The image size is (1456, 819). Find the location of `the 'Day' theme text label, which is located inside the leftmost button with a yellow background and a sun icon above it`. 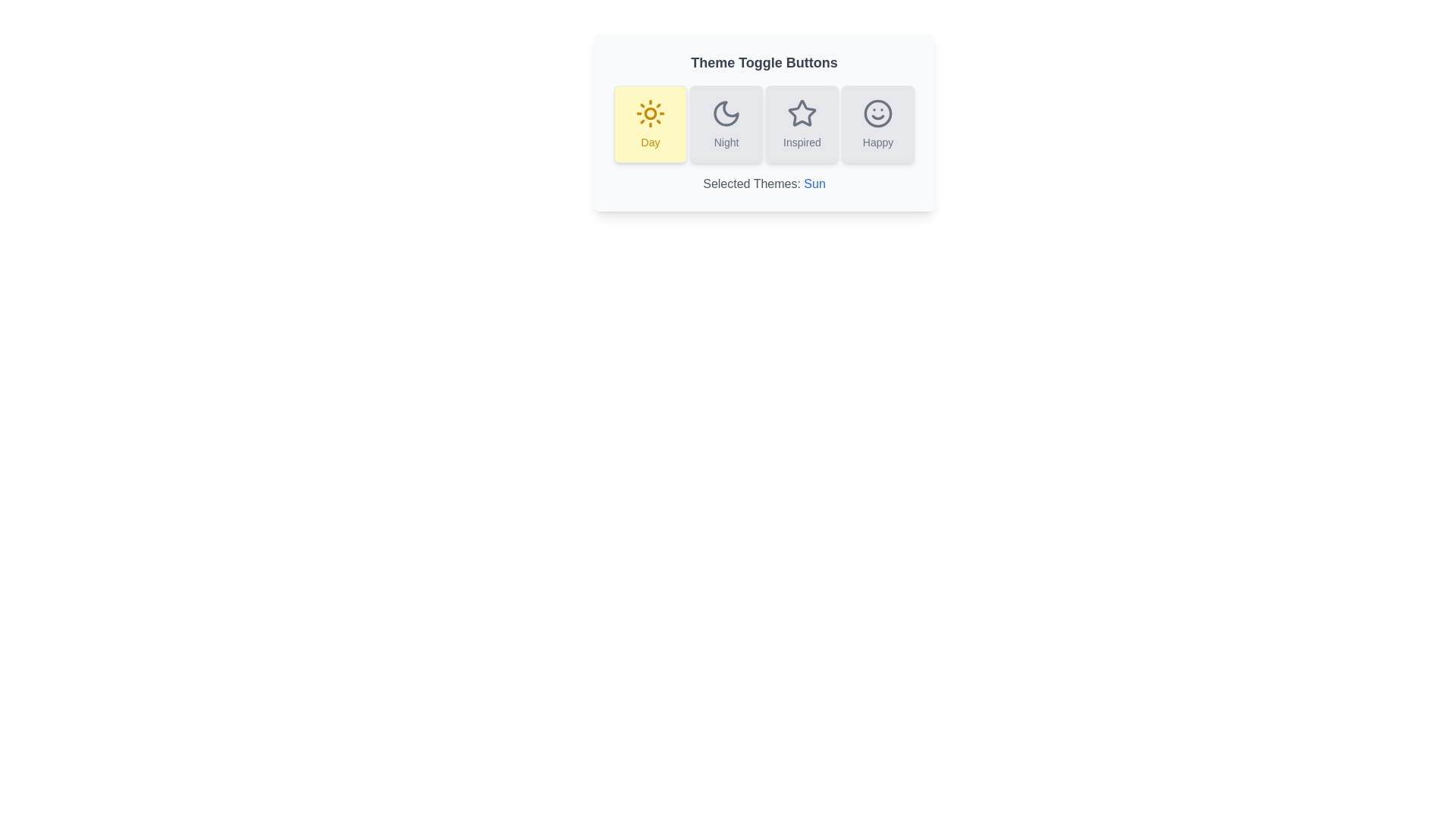

the 'Day' theme text label, which is located inside the leftmost button with a yellow background and a sun icon above it is located at coordinates (651, 143).